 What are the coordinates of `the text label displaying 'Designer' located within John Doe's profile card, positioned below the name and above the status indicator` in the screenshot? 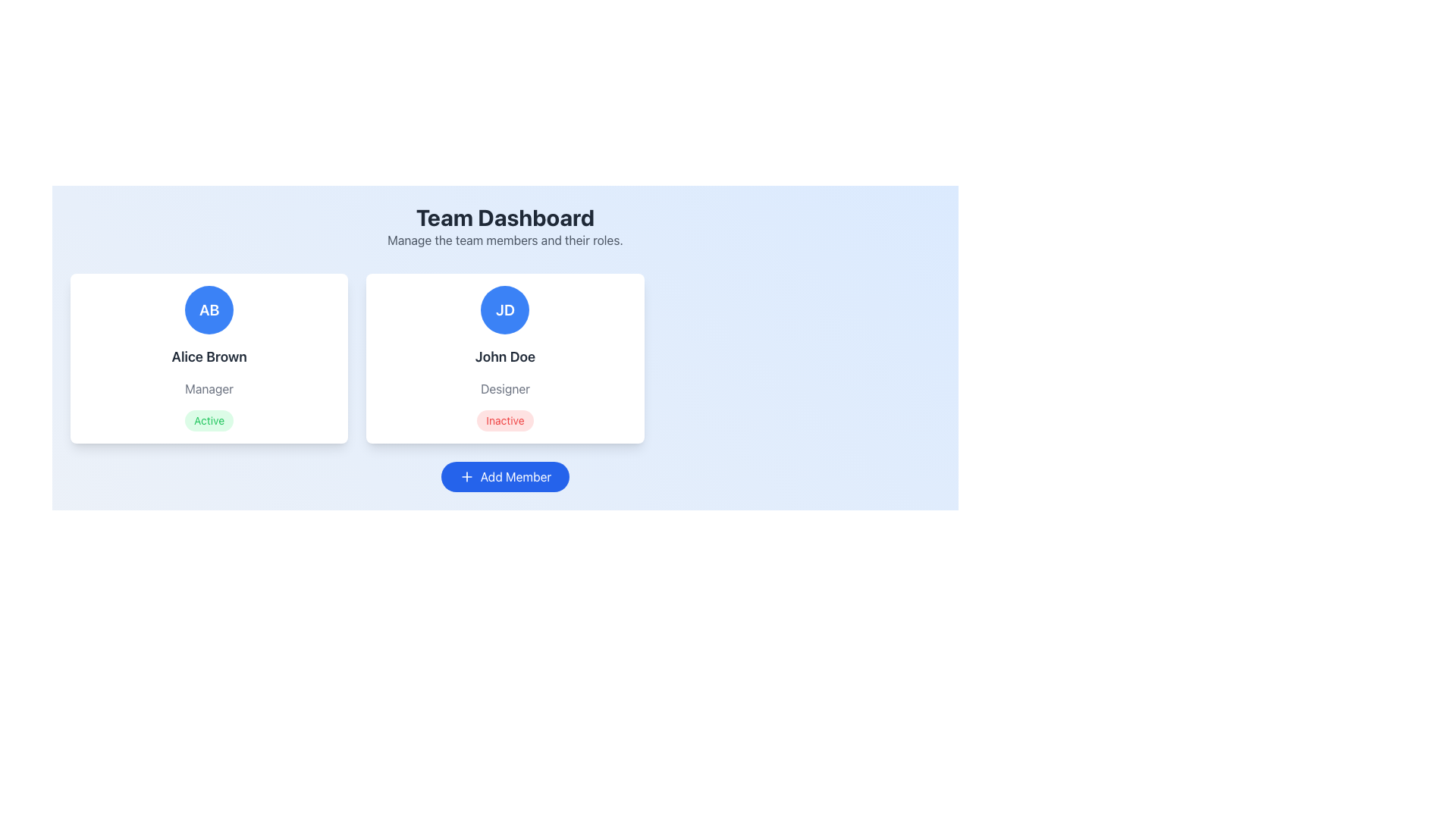 It's located at (505, 388).